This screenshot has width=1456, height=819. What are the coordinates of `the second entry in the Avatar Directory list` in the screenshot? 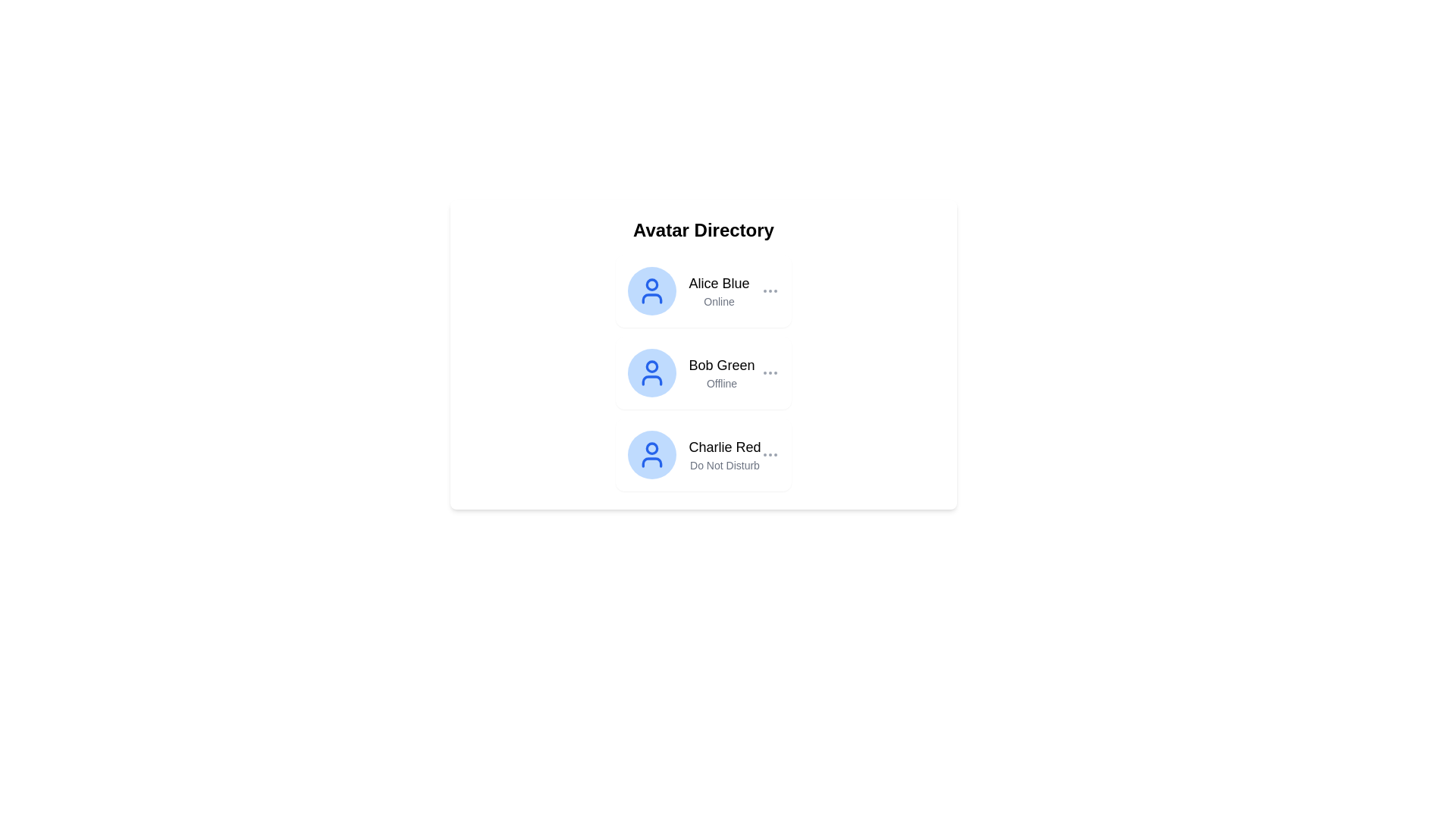 It's located at (702, 354).